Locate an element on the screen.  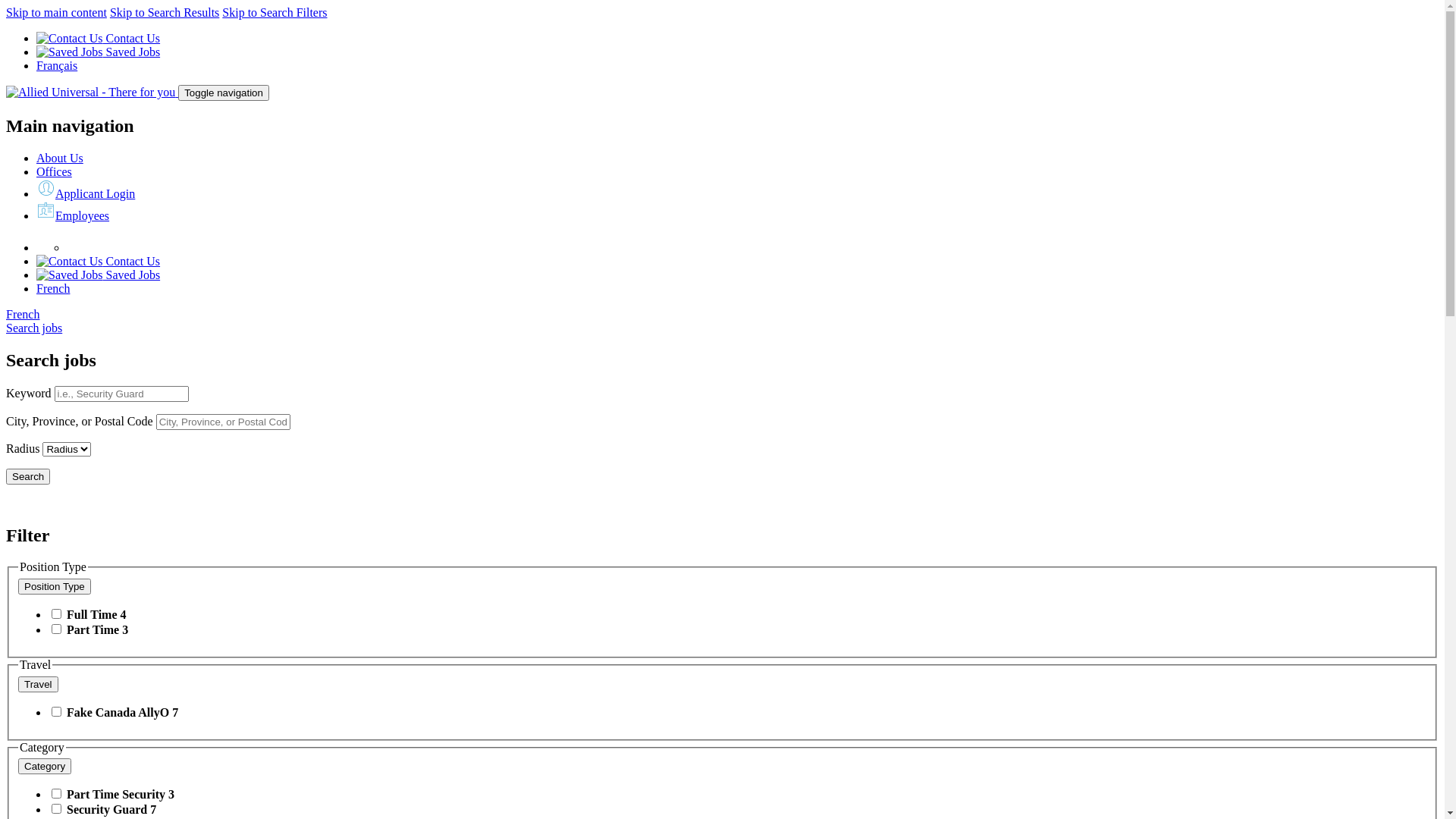
'Employees' is located at coordinates (72, 215).